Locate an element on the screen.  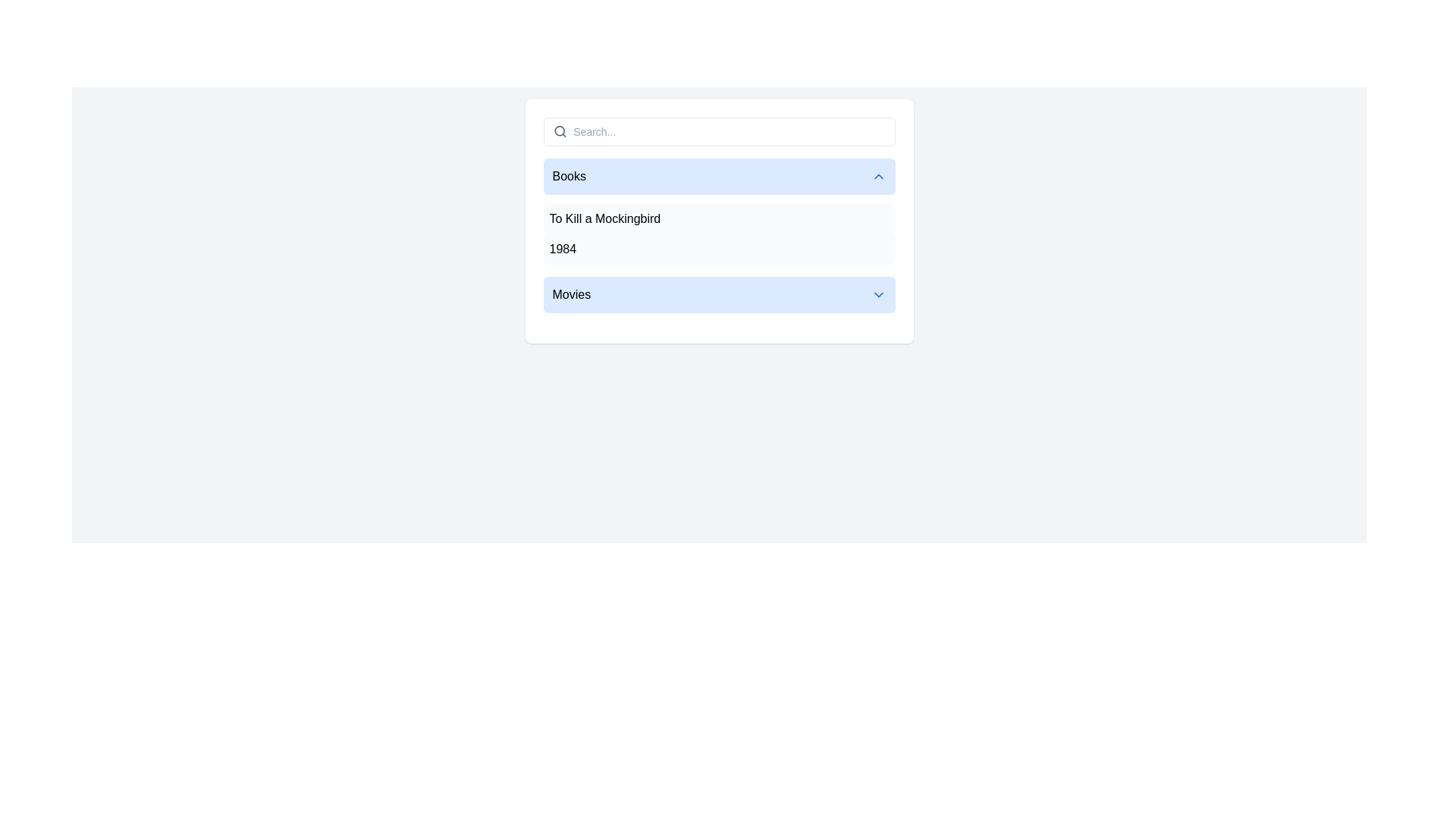
the search icon located at the top left corner of the search bar, which indicates the input for search queries is located at coordinates (559, 130).